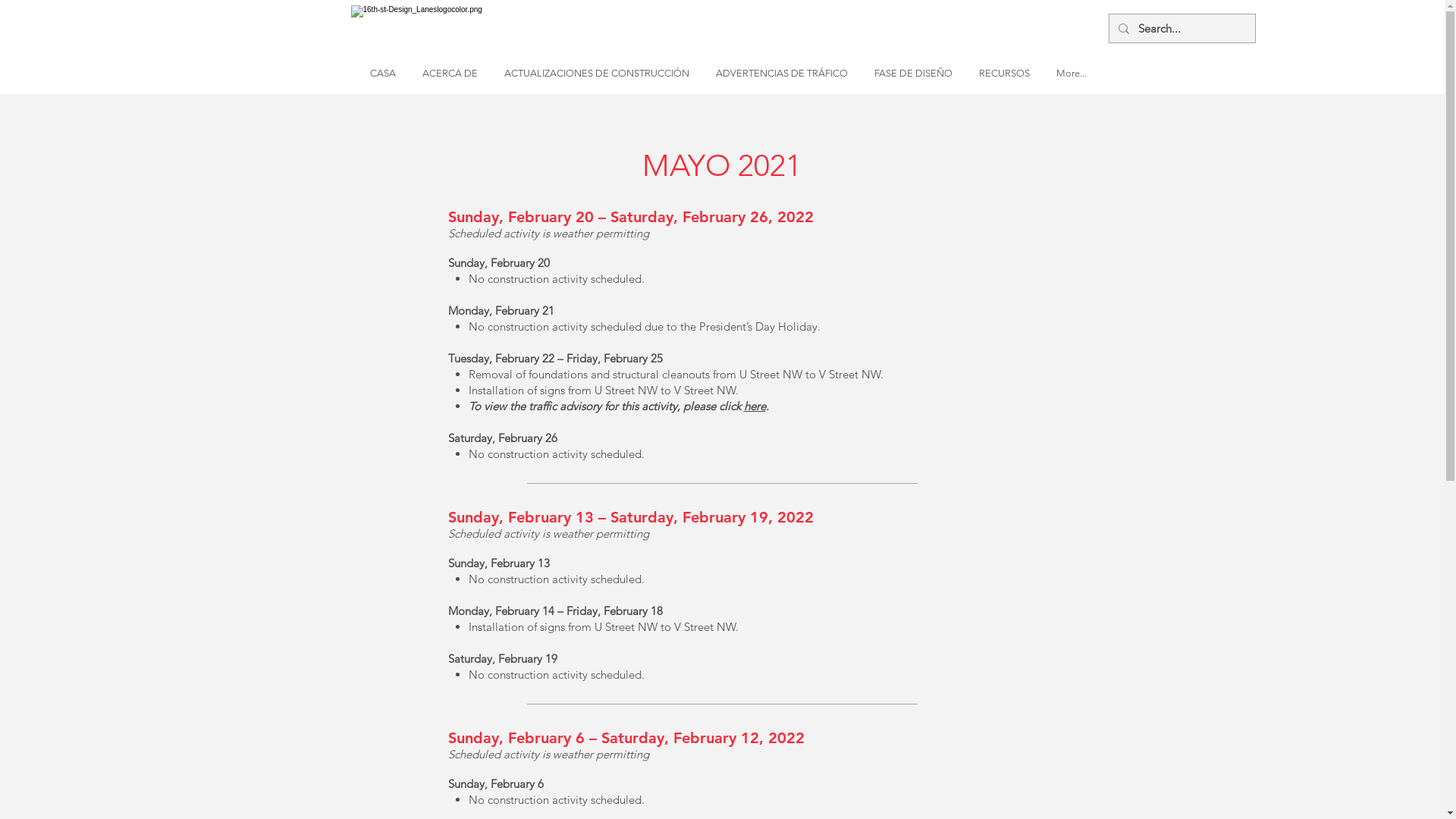 The image size is (1456, 819). What do you see at coordinates (356, 73) in the screenshot?
I see `'CASA'` at bounding box center [356, 73].